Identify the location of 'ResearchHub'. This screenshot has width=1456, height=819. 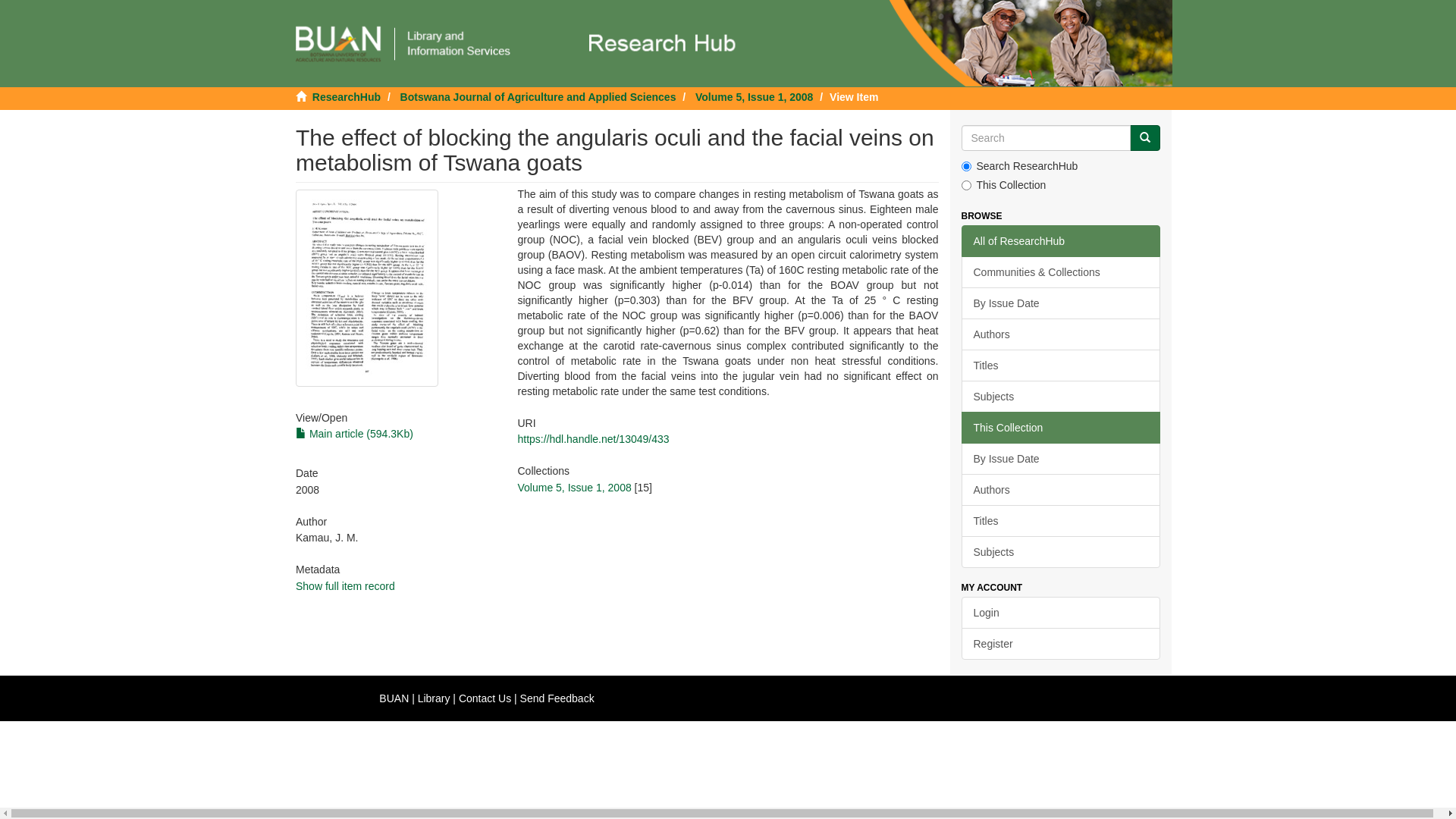
(345, 96).